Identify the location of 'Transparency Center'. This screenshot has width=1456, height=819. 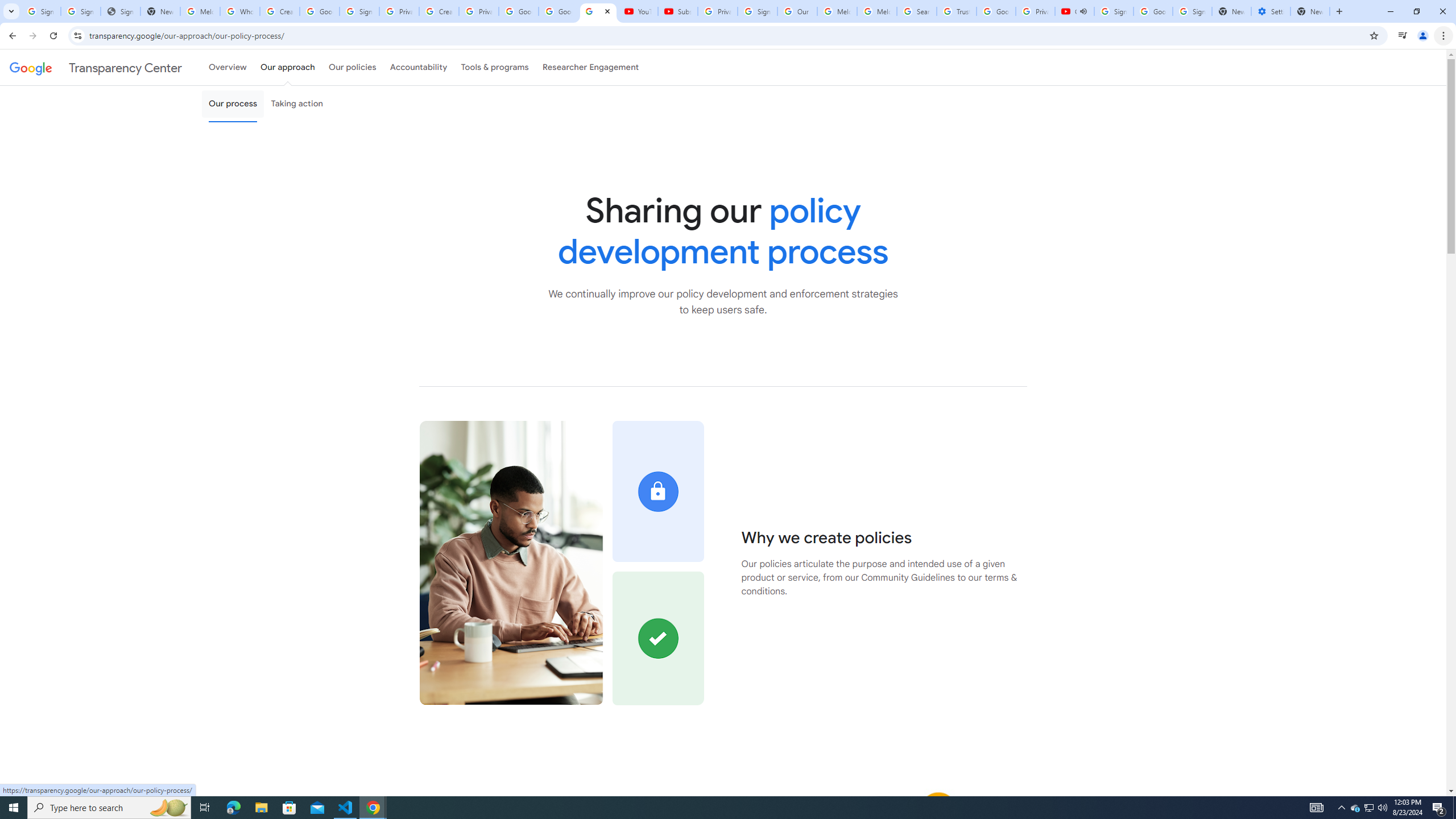
(95, 67).